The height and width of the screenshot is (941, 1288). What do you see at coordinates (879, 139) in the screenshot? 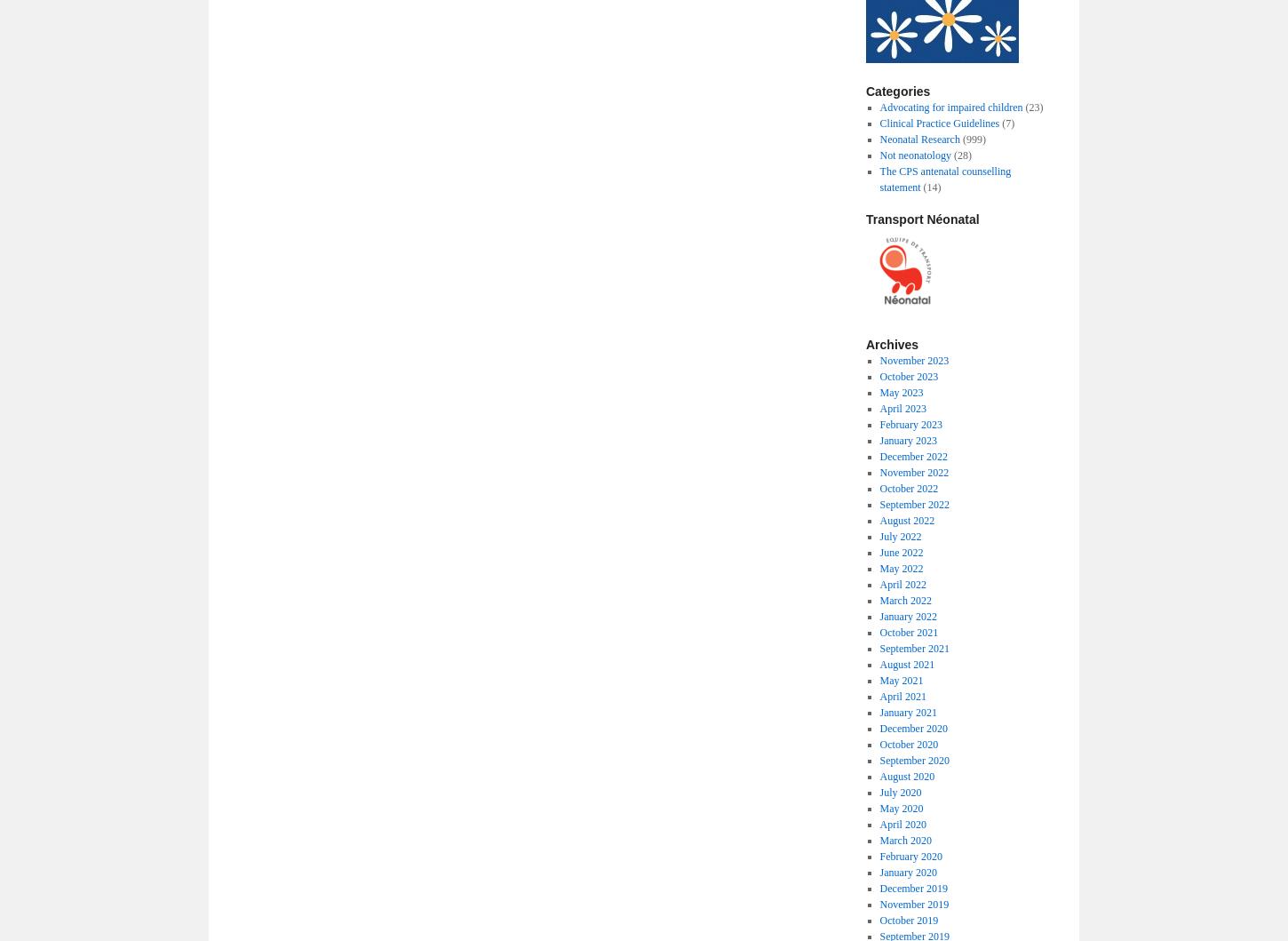
I see `'Neonatal Research'` at bounding box center [879, 139].